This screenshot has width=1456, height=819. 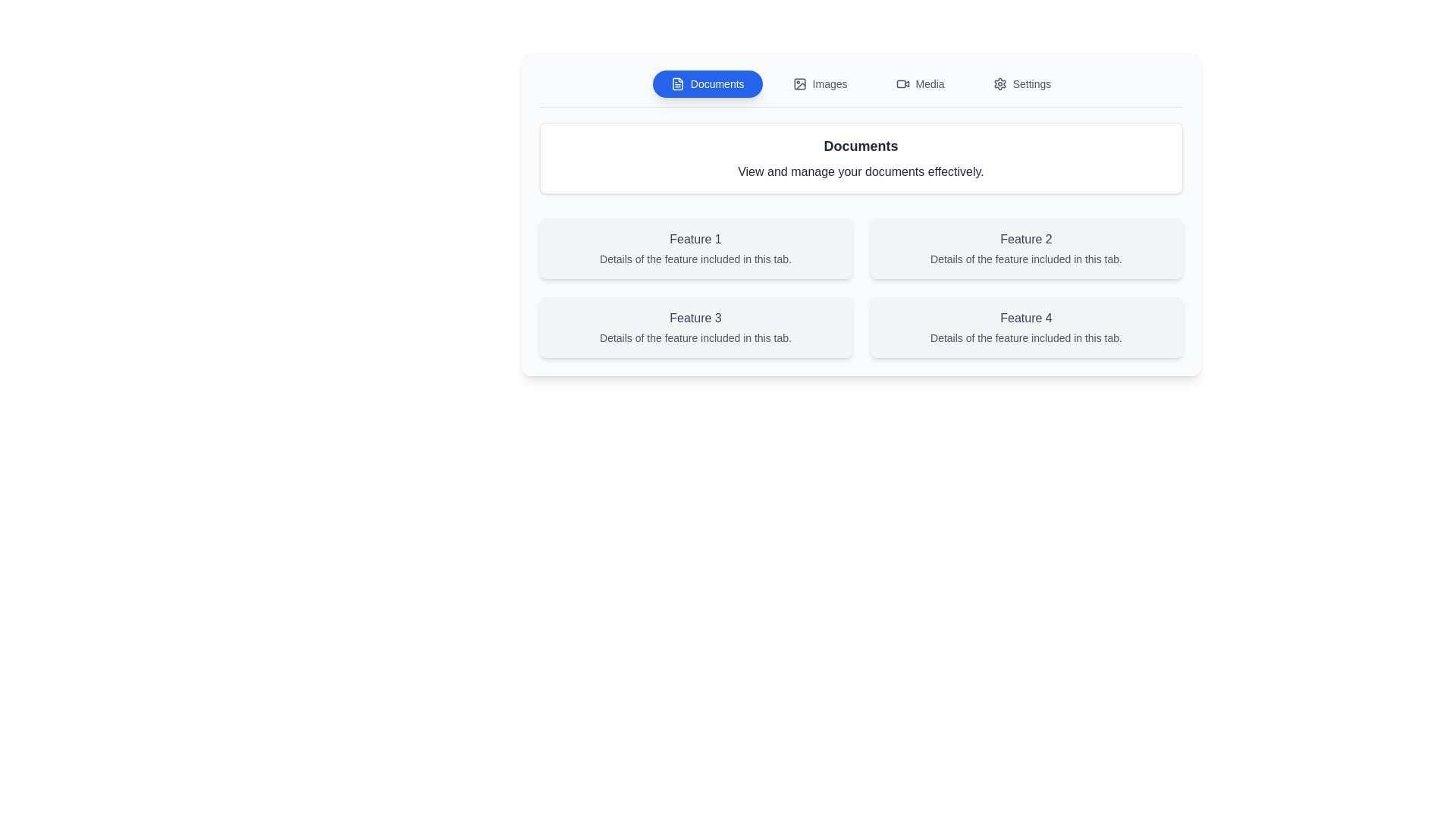 What do you see at coordinates (1026, 259) in the screenshot?
I see `the text label displaying 'Details of the feature included in this tab.' located beneath 'Feature 2' in the upper right quadrant of the interface` at bounding box center [1026, 259].